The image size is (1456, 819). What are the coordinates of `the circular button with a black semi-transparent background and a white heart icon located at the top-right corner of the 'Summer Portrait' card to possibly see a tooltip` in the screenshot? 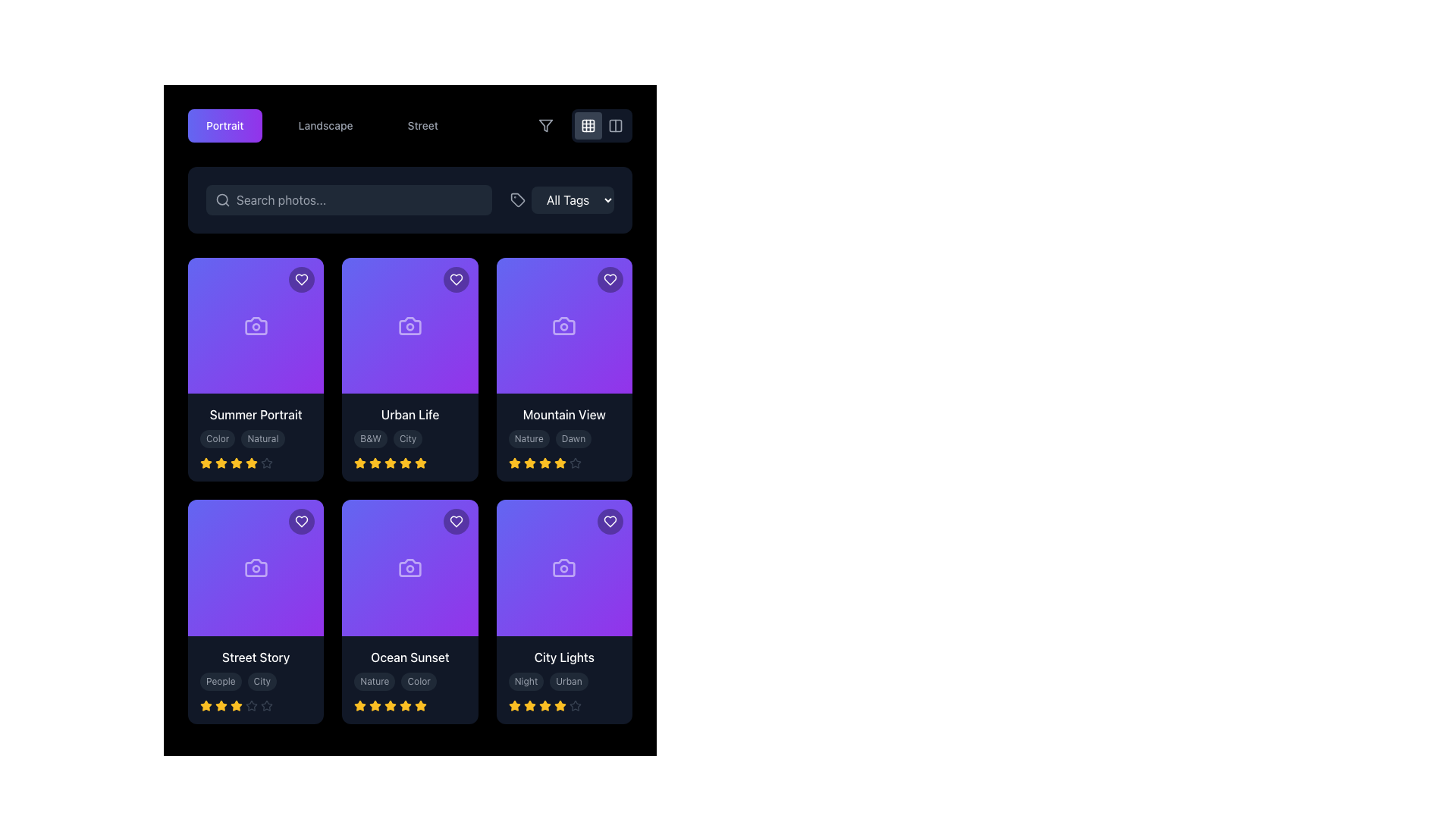 It's located at (302, 280).